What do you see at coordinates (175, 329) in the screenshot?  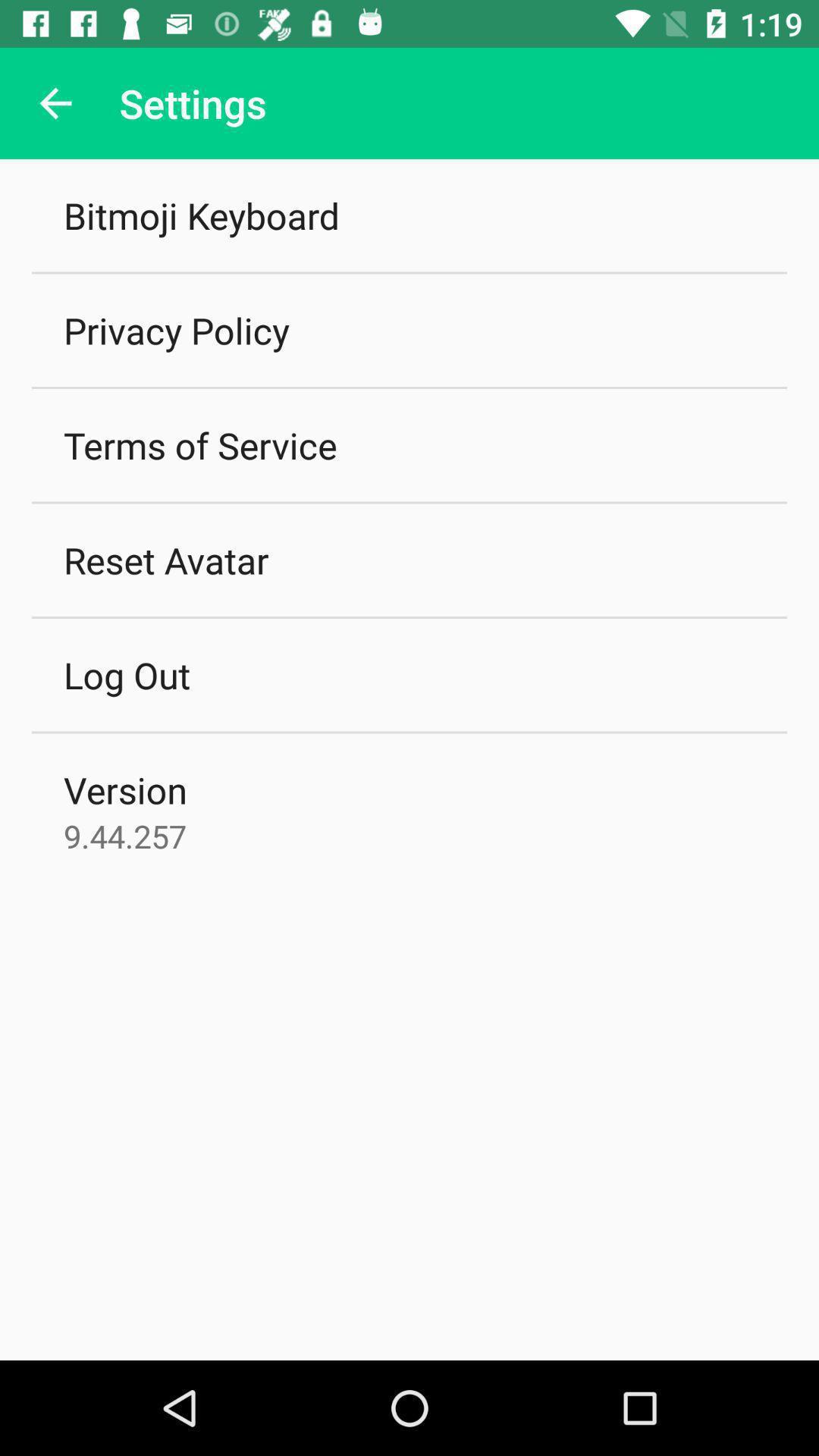 I see `the icon above the terms of service icon` at bounding box center [175, 329].